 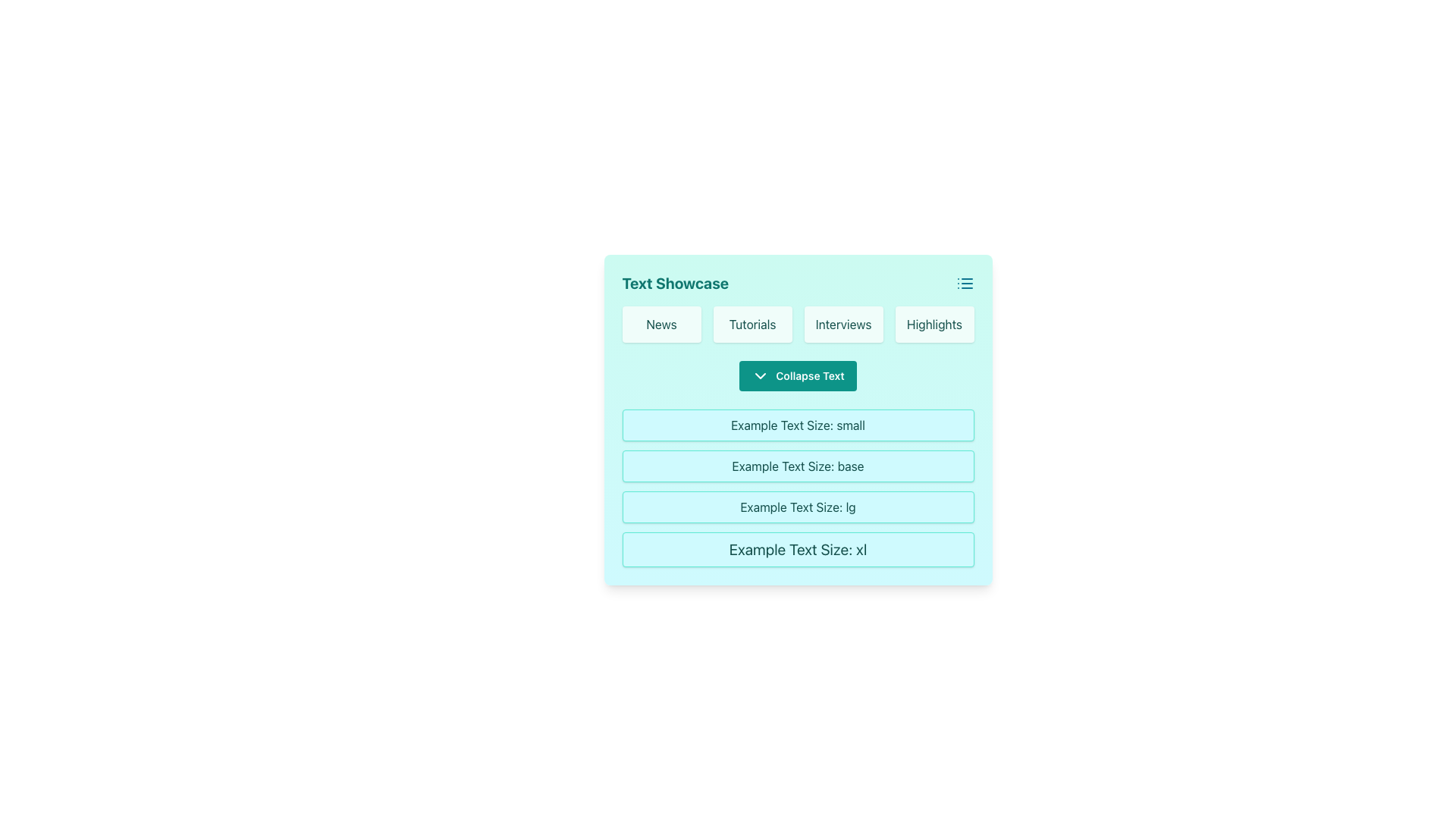 What do you see at coordinates (843, 324) in the screenshot?
I see `the 'Interviews' button, which is the third button in a horizontal row of four buttons located beneath the 'Text Showcase' heading` at bounding box center [843, 324].